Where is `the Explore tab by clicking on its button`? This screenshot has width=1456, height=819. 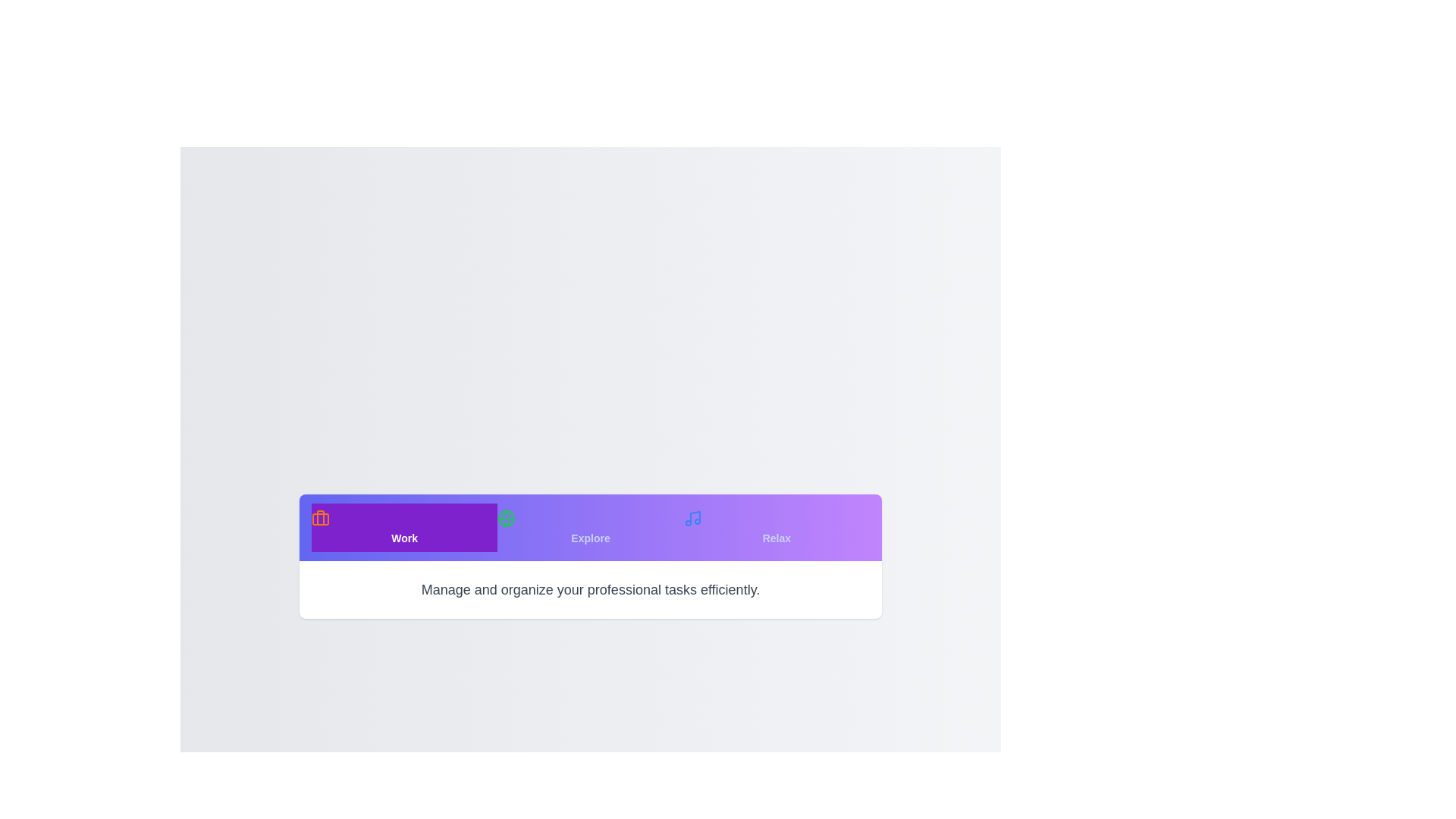
the Explore tab by clicking on its button is located at coordinates (589, 526).